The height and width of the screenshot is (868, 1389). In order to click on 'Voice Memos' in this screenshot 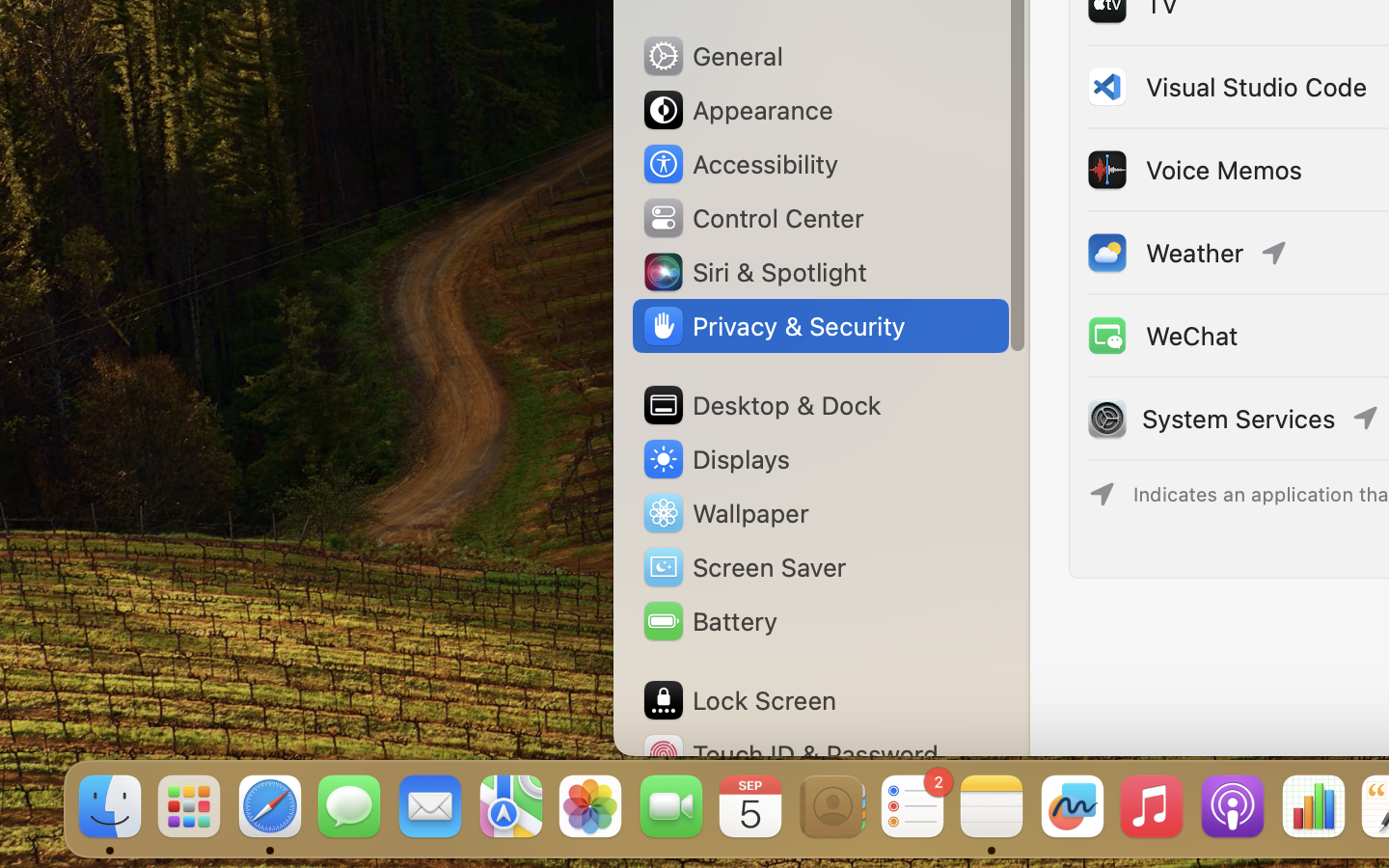, I will do `click(1191, 170)`.